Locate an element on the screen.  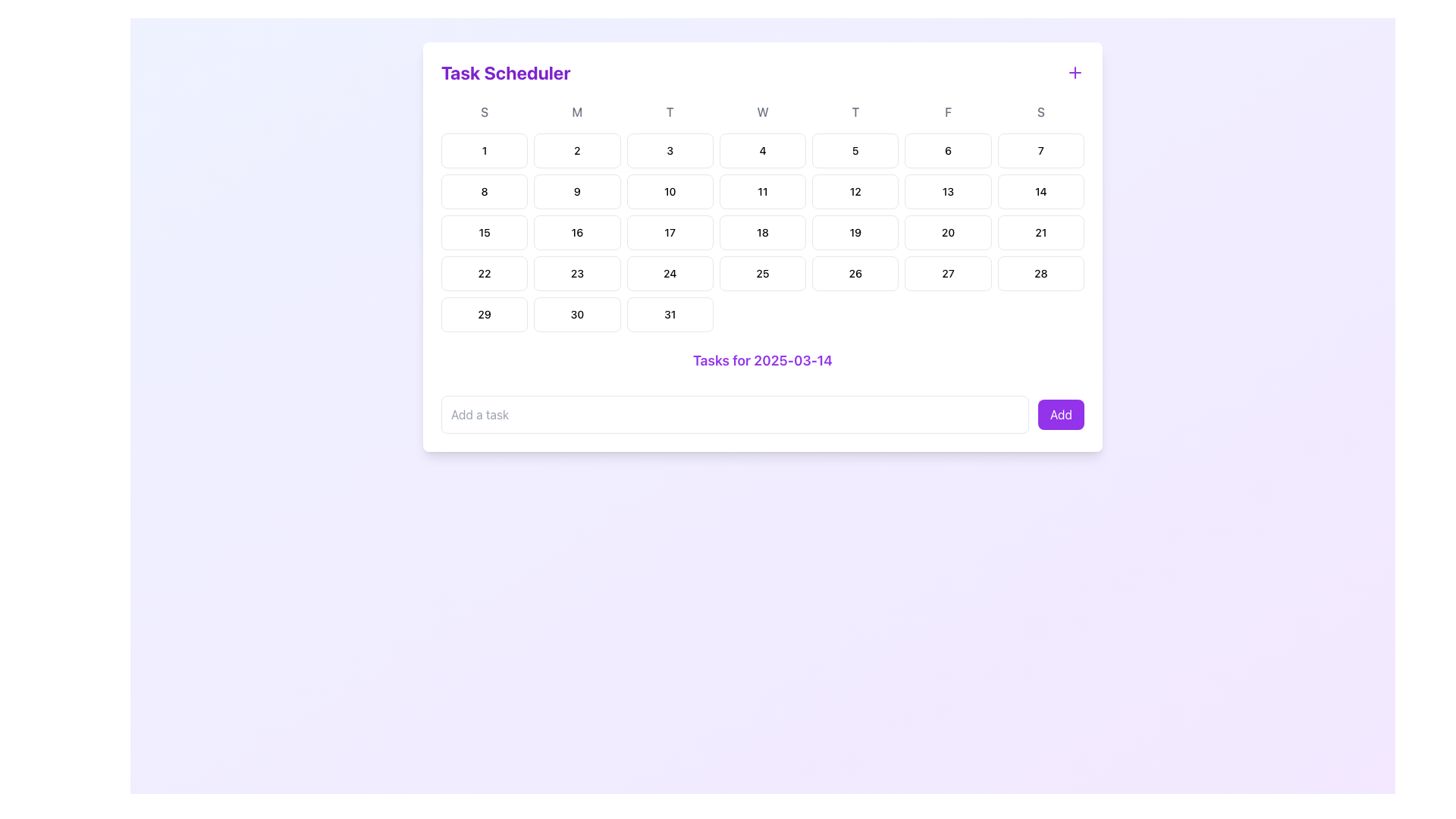
the button representing the fifth day of the month in the calendar is located at coordinates (855, 151).